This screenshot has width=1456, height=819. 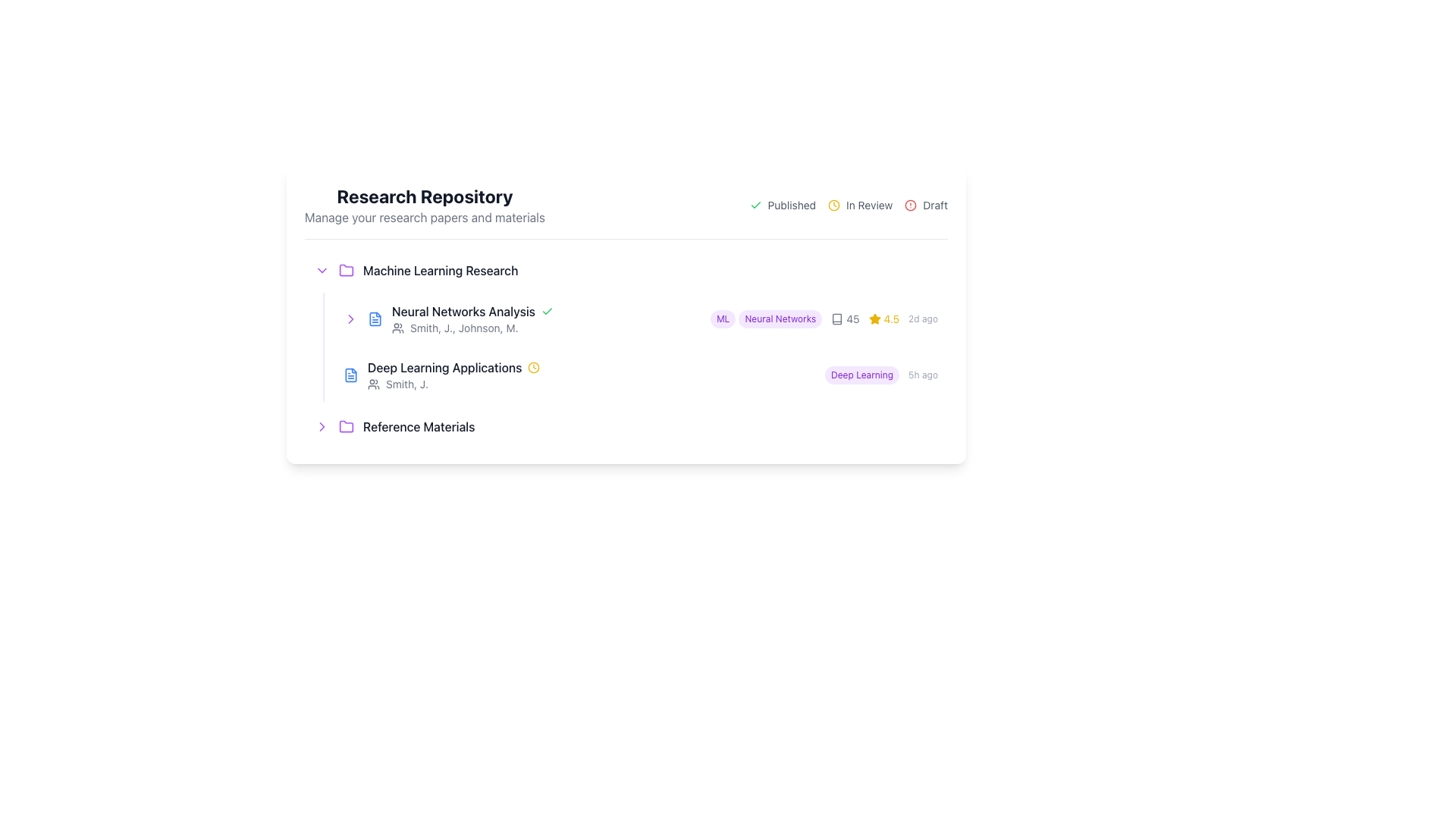 What do you see at coordinates (922, 318) in the screenshot?
I see `the Text Label that shows the relative date, located at the far right of a horizontal row containing tags, ratings, and counts` at bounding box center [922, 318].